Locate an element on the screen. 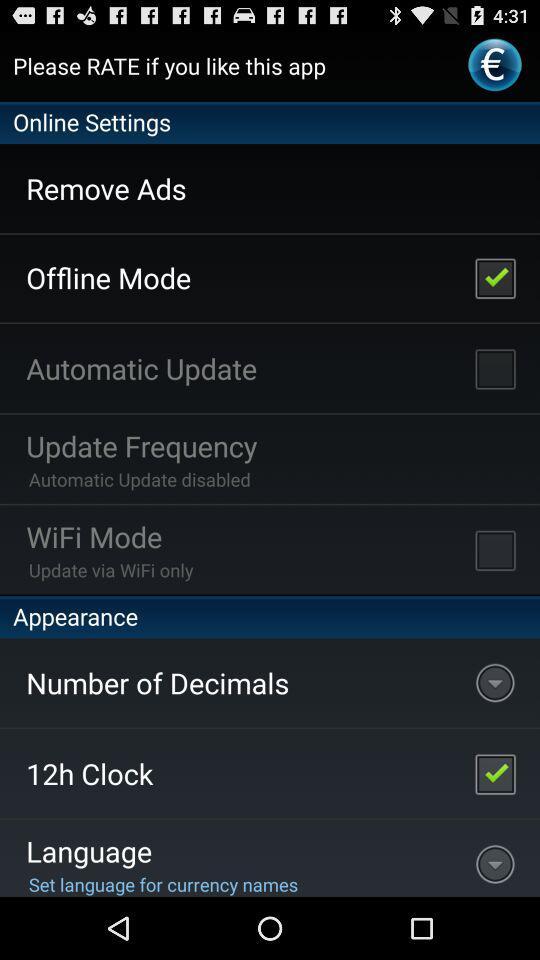 The image size is (540, 960). unmark the slected option is located at coordinates (494, 276).